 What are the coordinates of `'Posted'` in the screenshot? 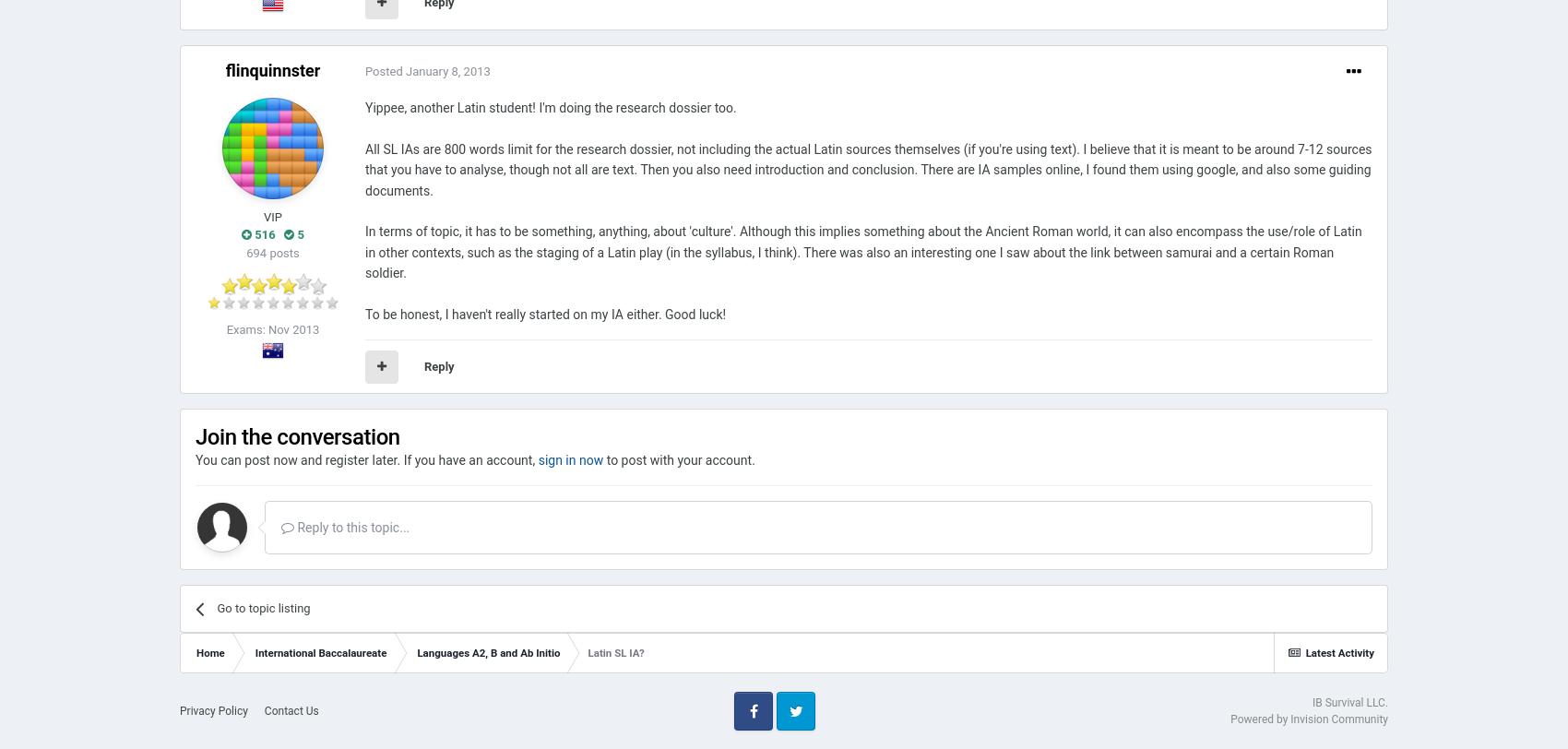 It's located at (384, 71).